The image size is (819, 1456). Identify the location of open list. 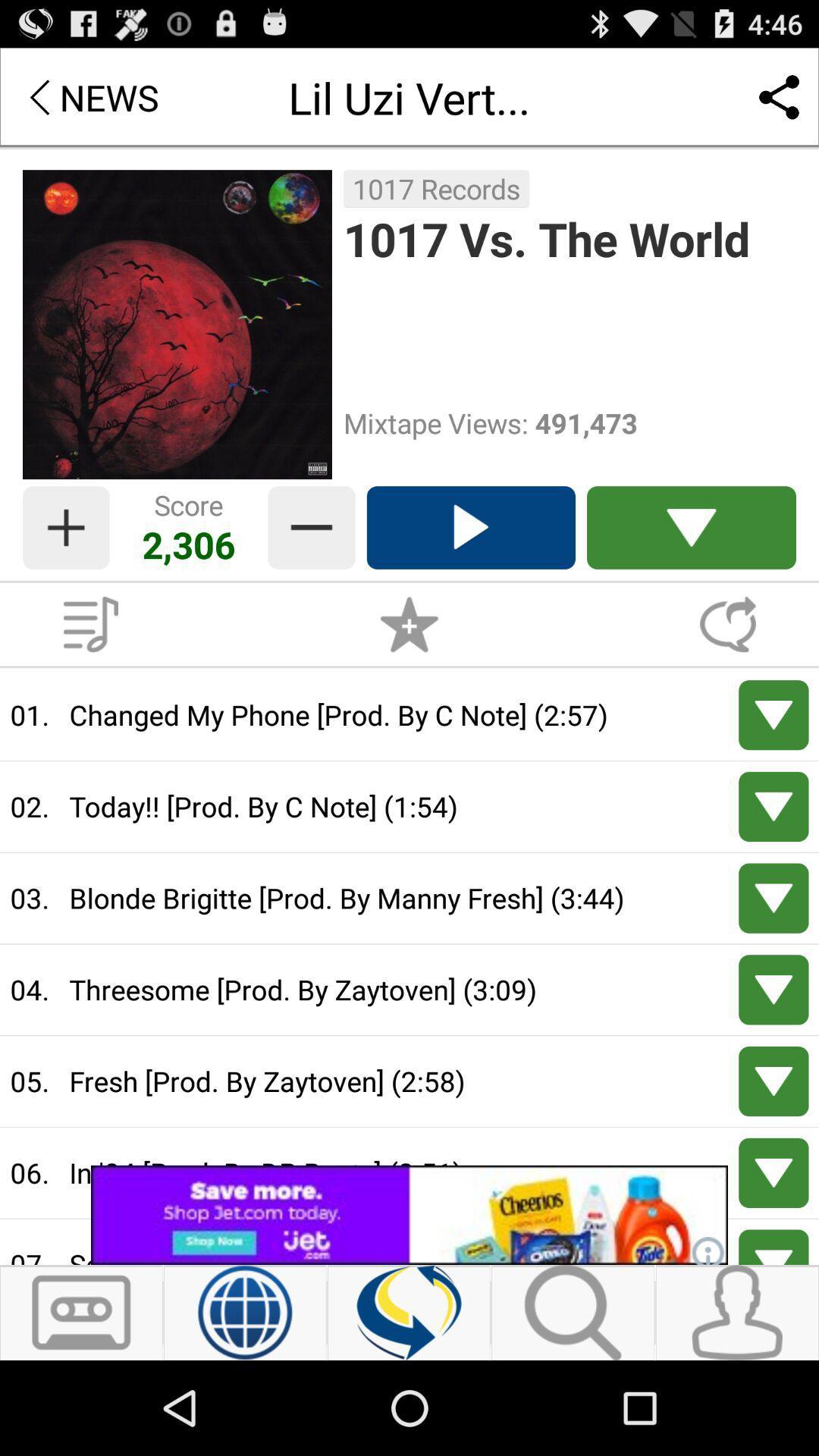
(691, 528).